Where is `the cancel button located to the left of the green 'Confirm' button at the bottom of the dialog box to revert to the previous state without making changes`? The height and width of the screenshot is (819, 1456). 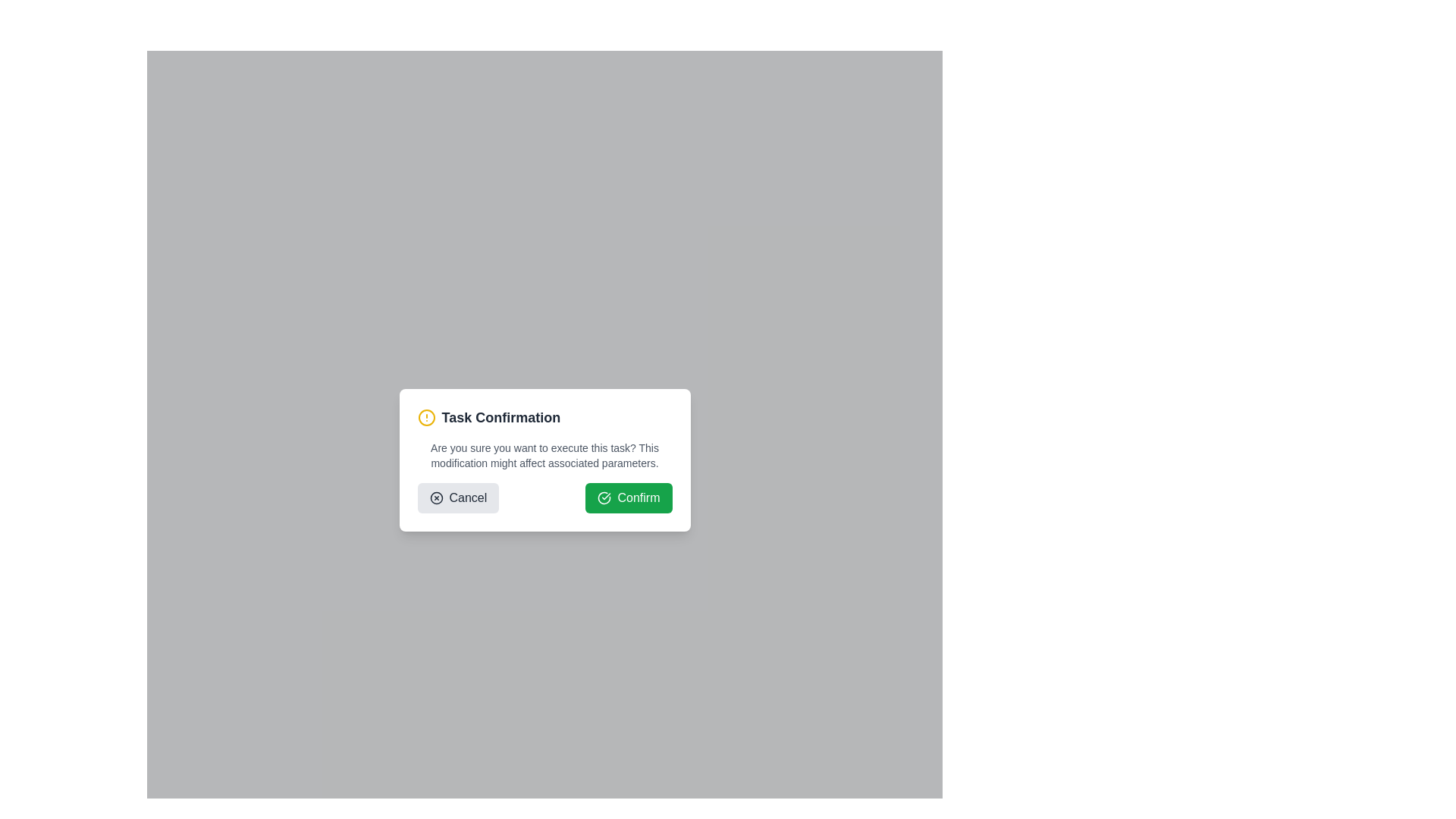
the cancel button located to the left of the green 'Confirm' button at the bottom of the dialog box to revert to the previous state without making changes is located at coordinates (457, 497).